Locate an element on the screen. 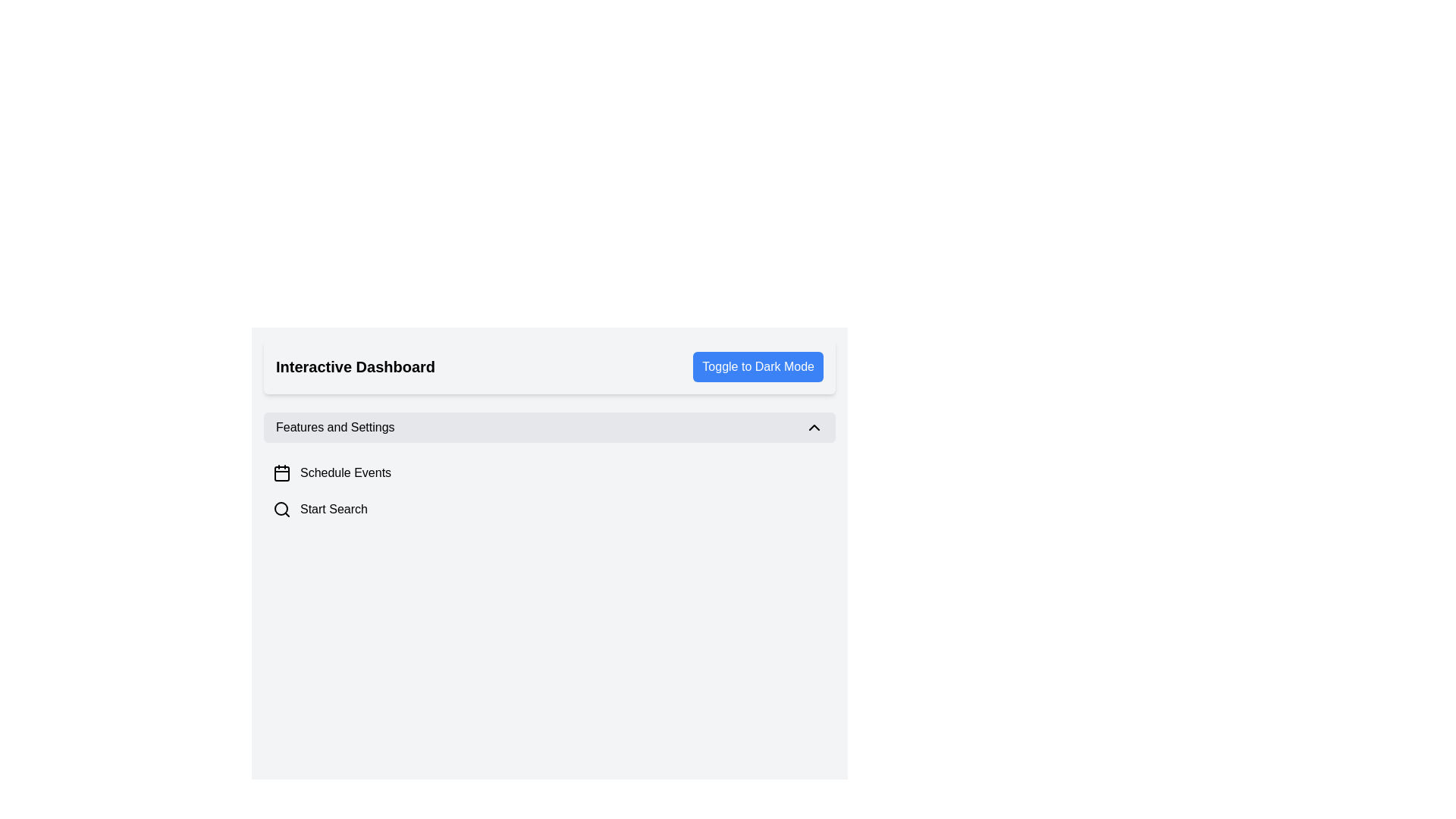 The width and height of the screenshot is (1456, 819). the text label reading 'Features and Settings' which is styled with a black font on a light gray background is located at coordinates (334, 427).